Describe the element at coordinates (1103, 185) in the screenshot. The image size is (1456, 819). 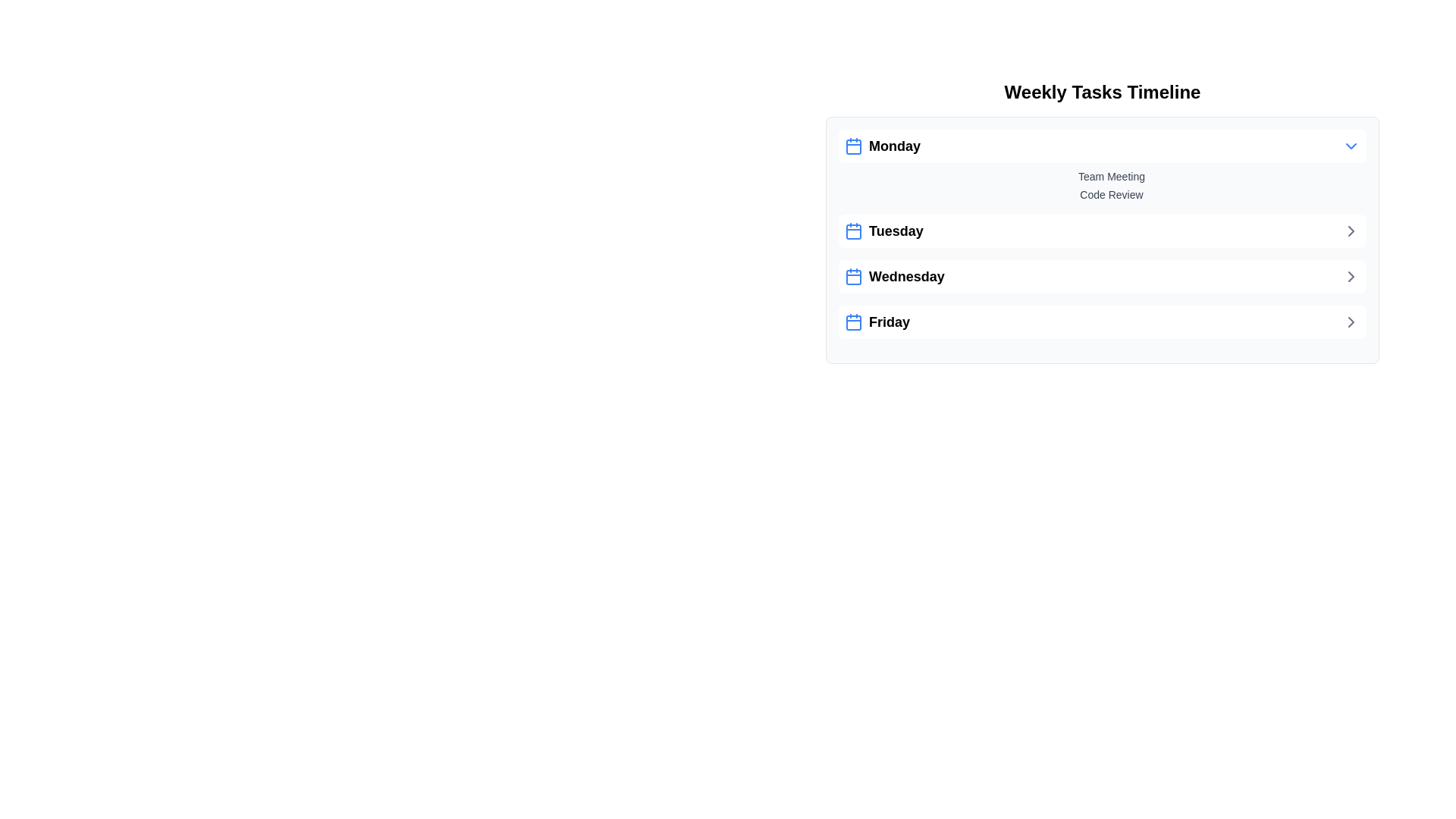
I see `the list item containing the text 'Team Meeting' and 'Code Review' located under the 'Monday' header` at that location.